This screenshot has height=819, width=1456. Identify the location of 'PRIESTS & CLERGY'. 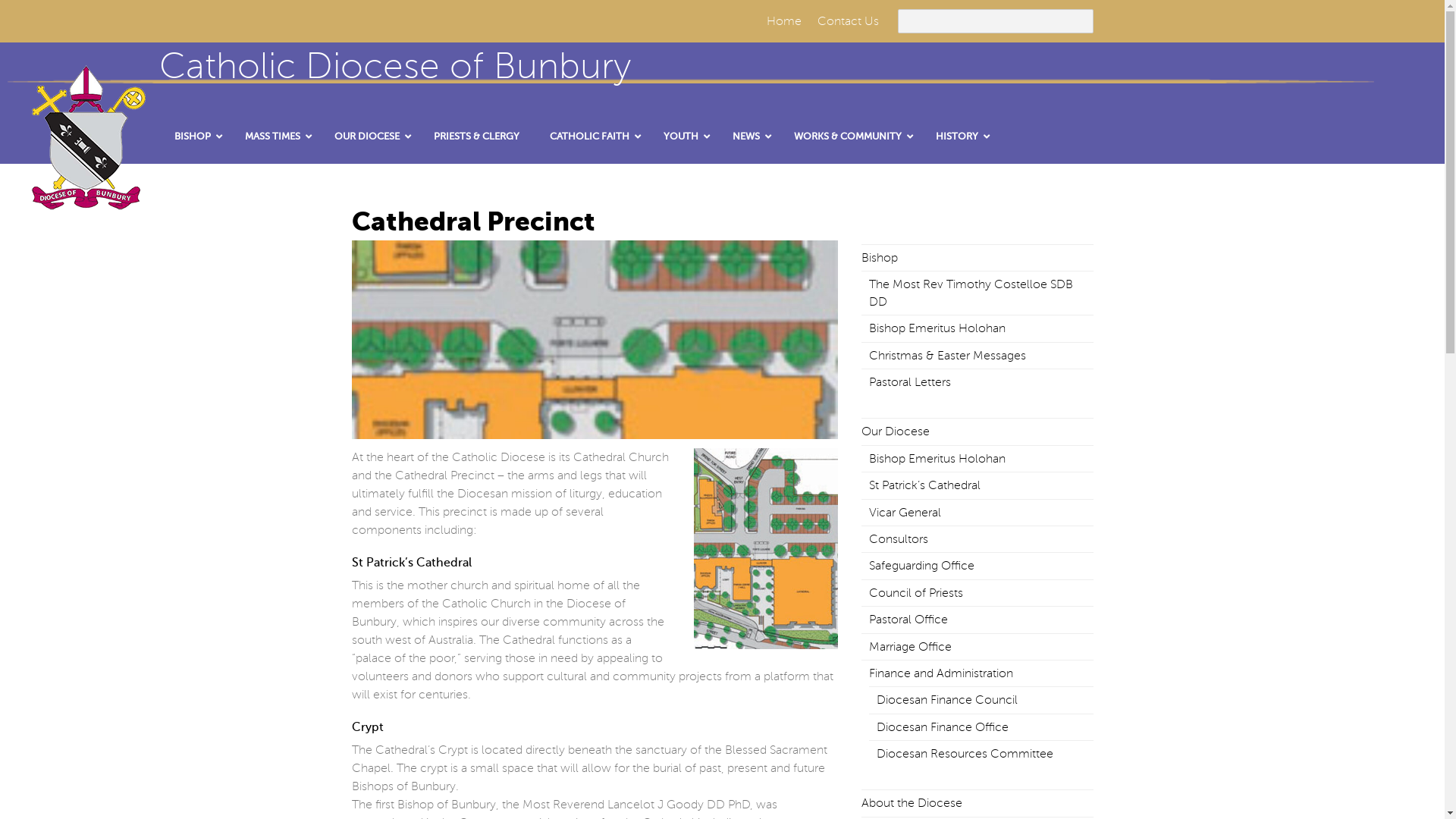
(419, 135).